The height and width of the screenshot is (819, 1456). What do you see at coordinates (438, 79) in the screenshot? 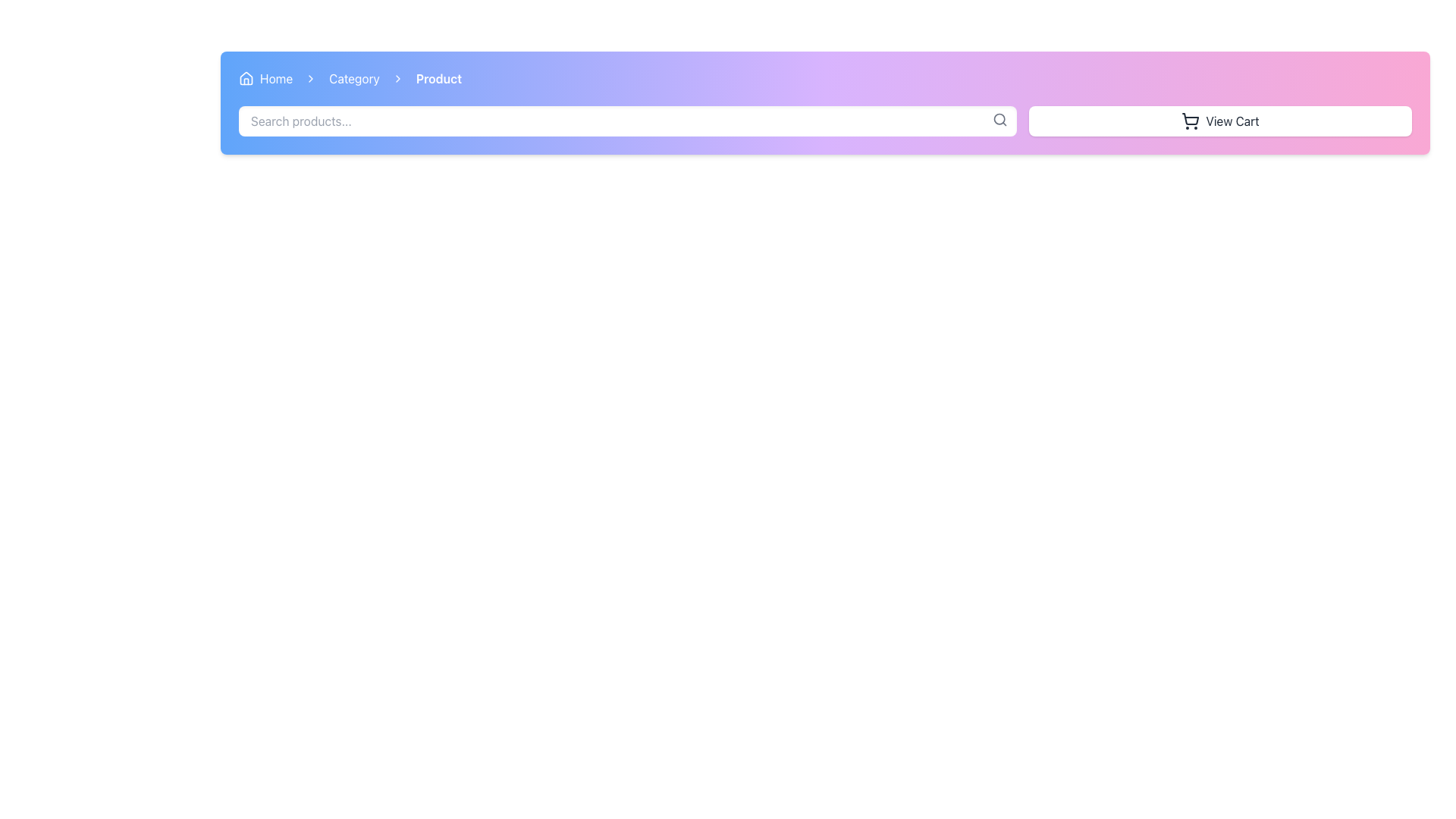
I see `the breadcrumb navigation label located to the right of the 'Category' element and the chevron icon, indicating the current section of the navigation hierarchy` at bounding box center [438, 79].